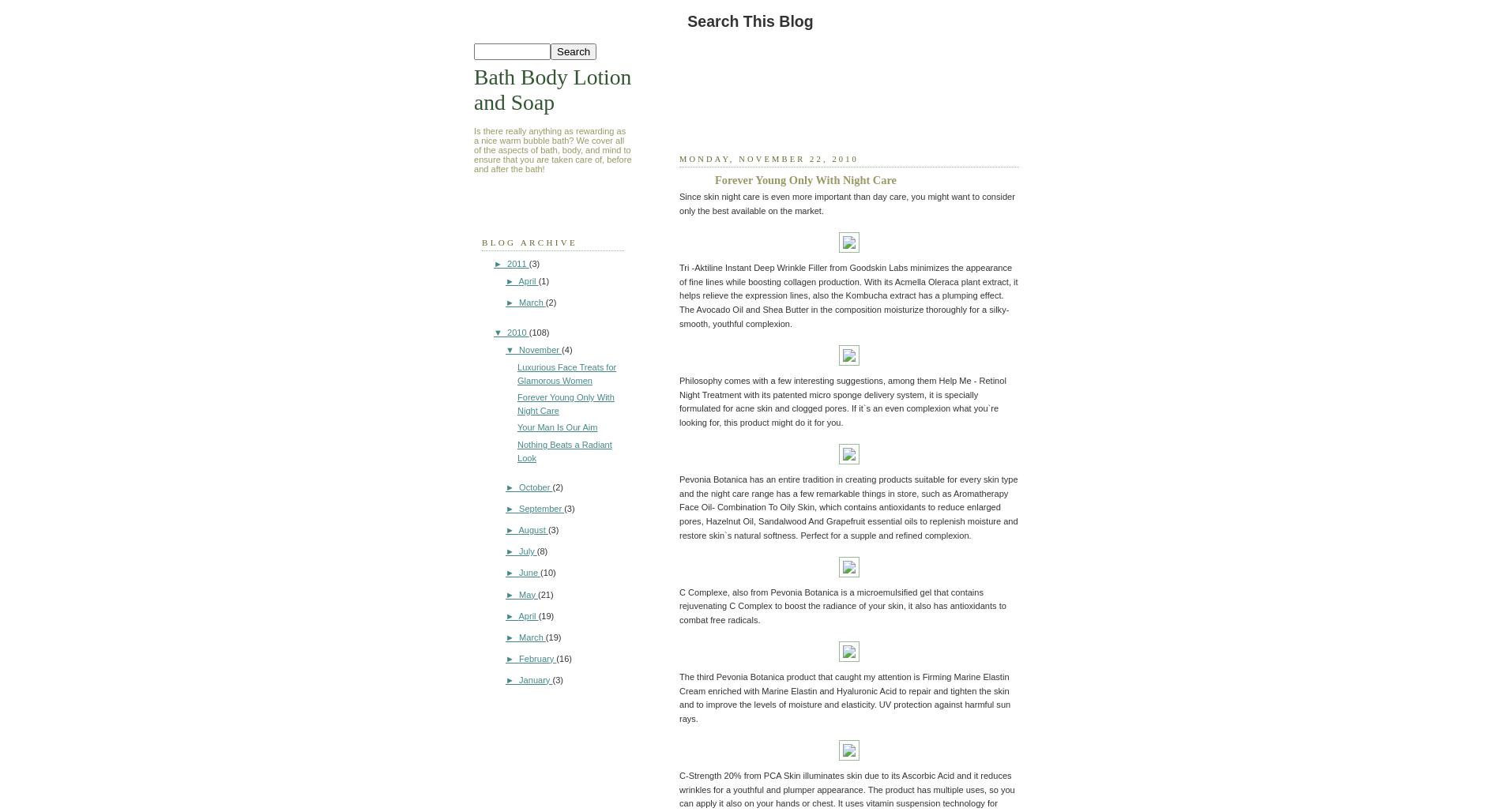 The image size is (1501, 812). I want to click on '(4)', so click(566, 349).